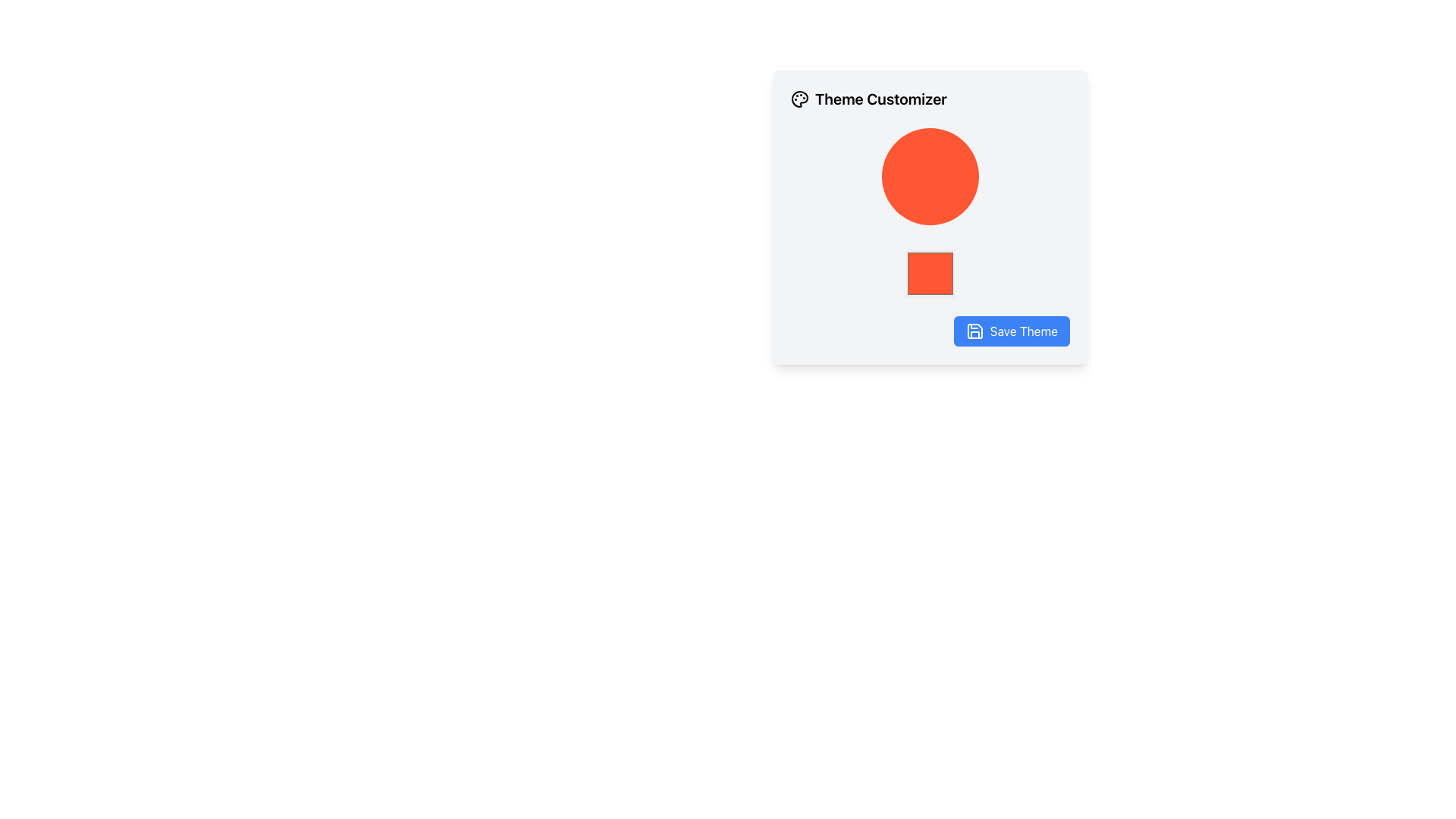  I want to click on header text with icon indicating theme customization, located at the top-left of the modal, so click(868, 99).